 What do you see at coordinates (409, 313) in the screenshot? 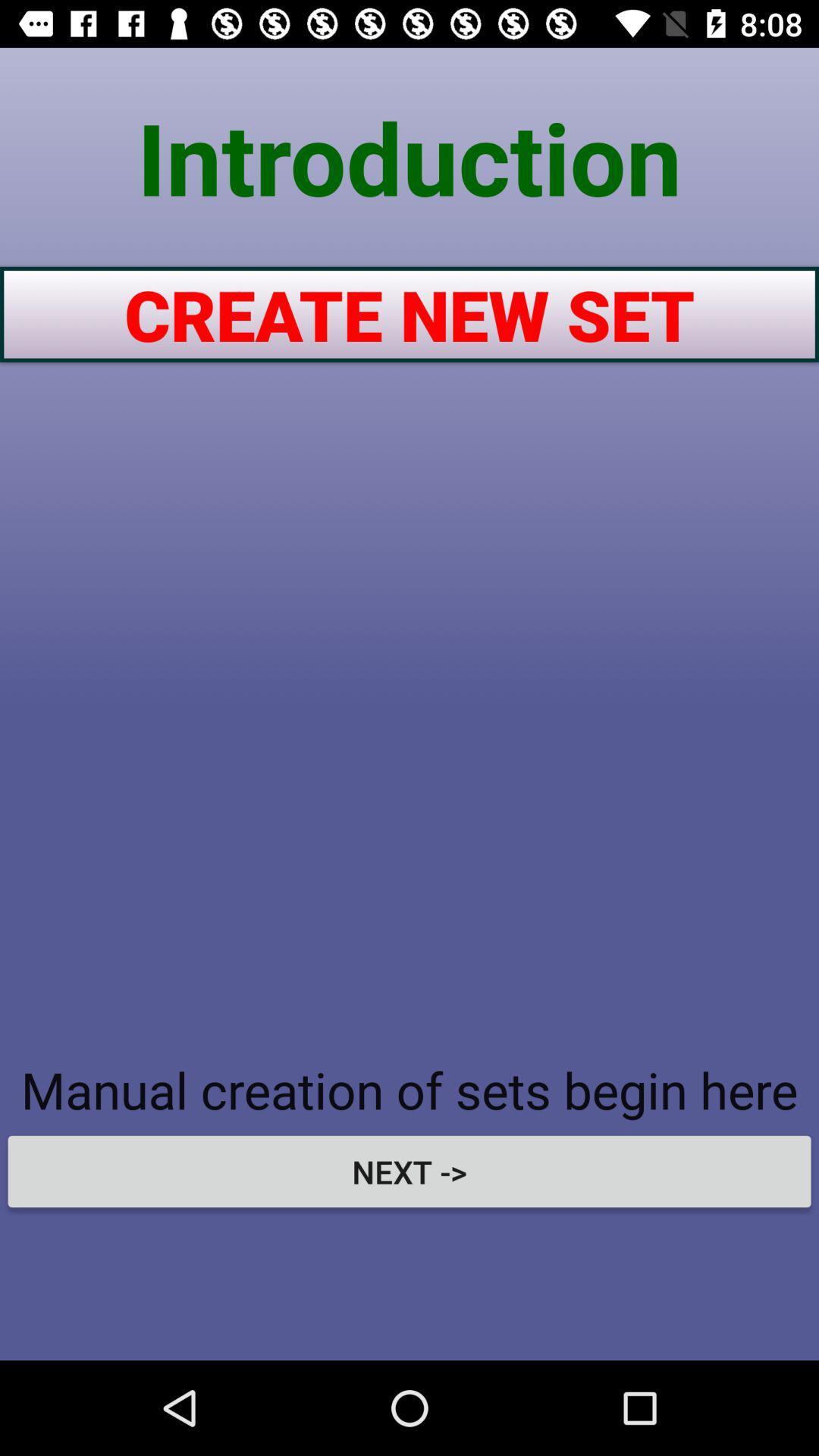
I see `the item below introduction app` at bounding box center [409, 313].